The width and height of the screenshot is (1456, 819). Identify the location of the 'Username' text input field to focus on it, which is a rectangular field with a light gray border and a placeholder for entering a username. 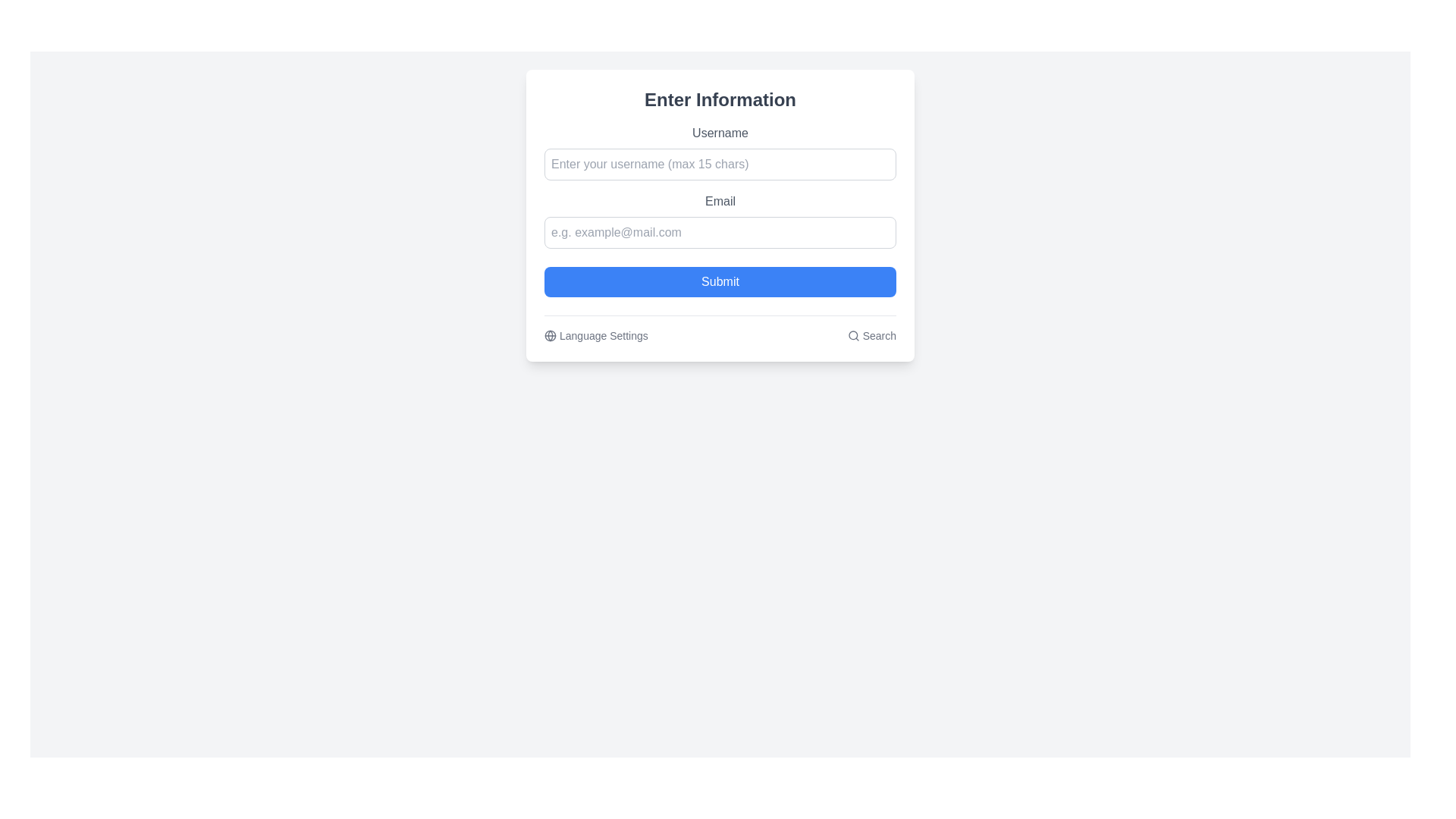
(720, 152).